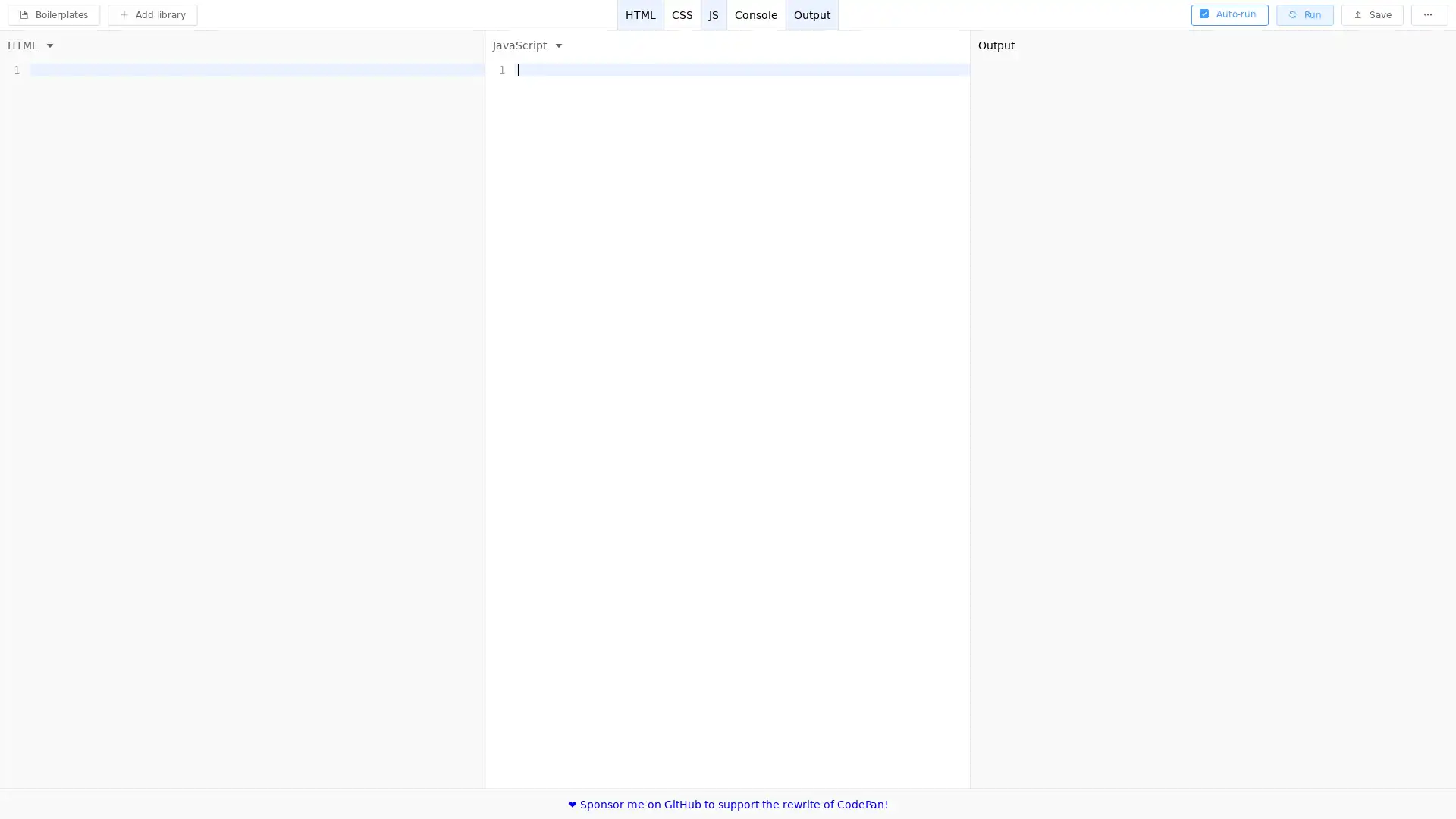 This screenshot has height=819, width=1456. What do you see at coordinates (1303, 14) in the screenshot?
I see `Run` at bounding box center [1303, 14].